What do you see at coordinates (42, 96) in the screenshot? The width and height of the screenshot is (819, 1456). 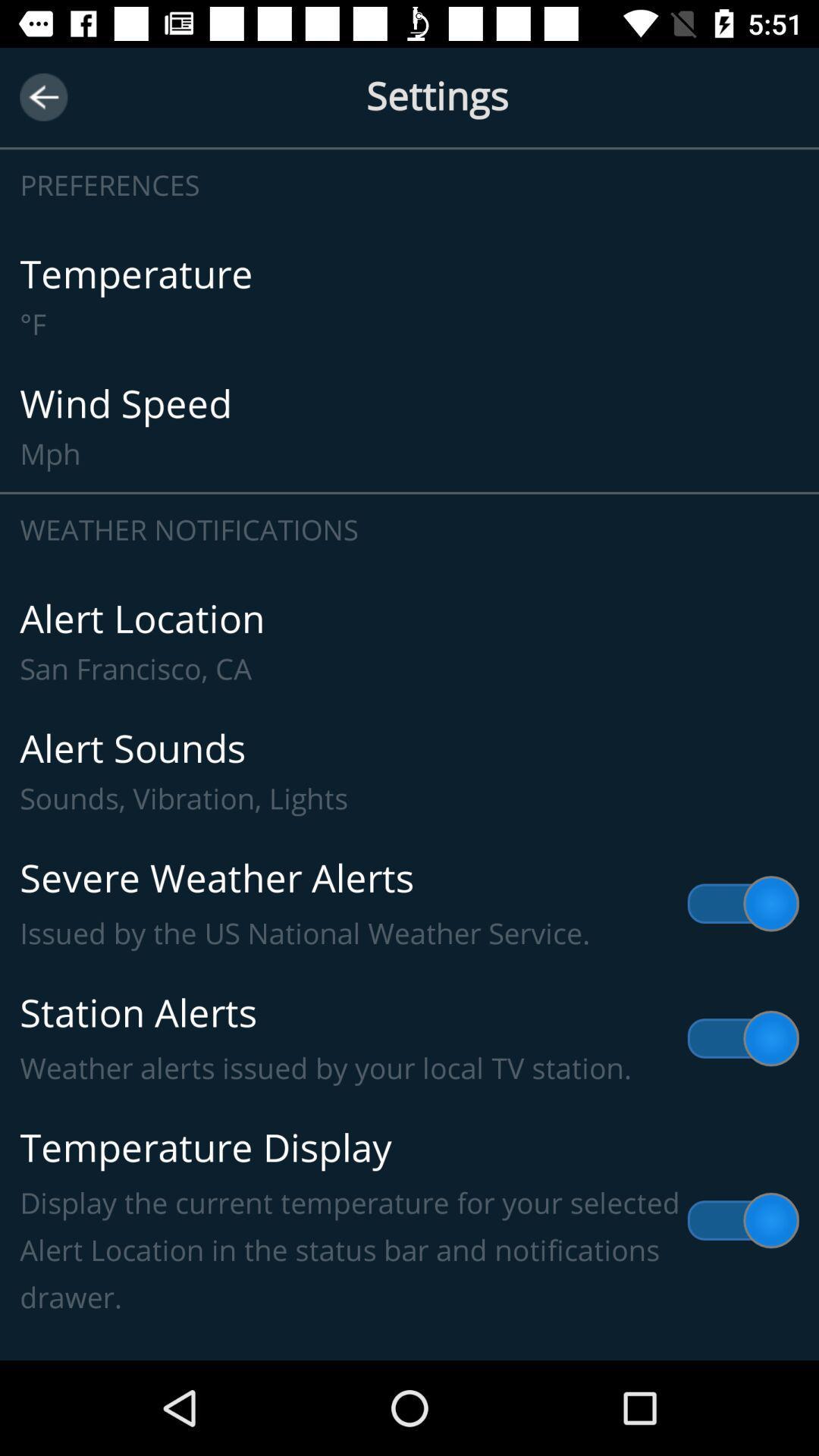 I see `the arrow_backward icon` at bounding box center [42, 96].